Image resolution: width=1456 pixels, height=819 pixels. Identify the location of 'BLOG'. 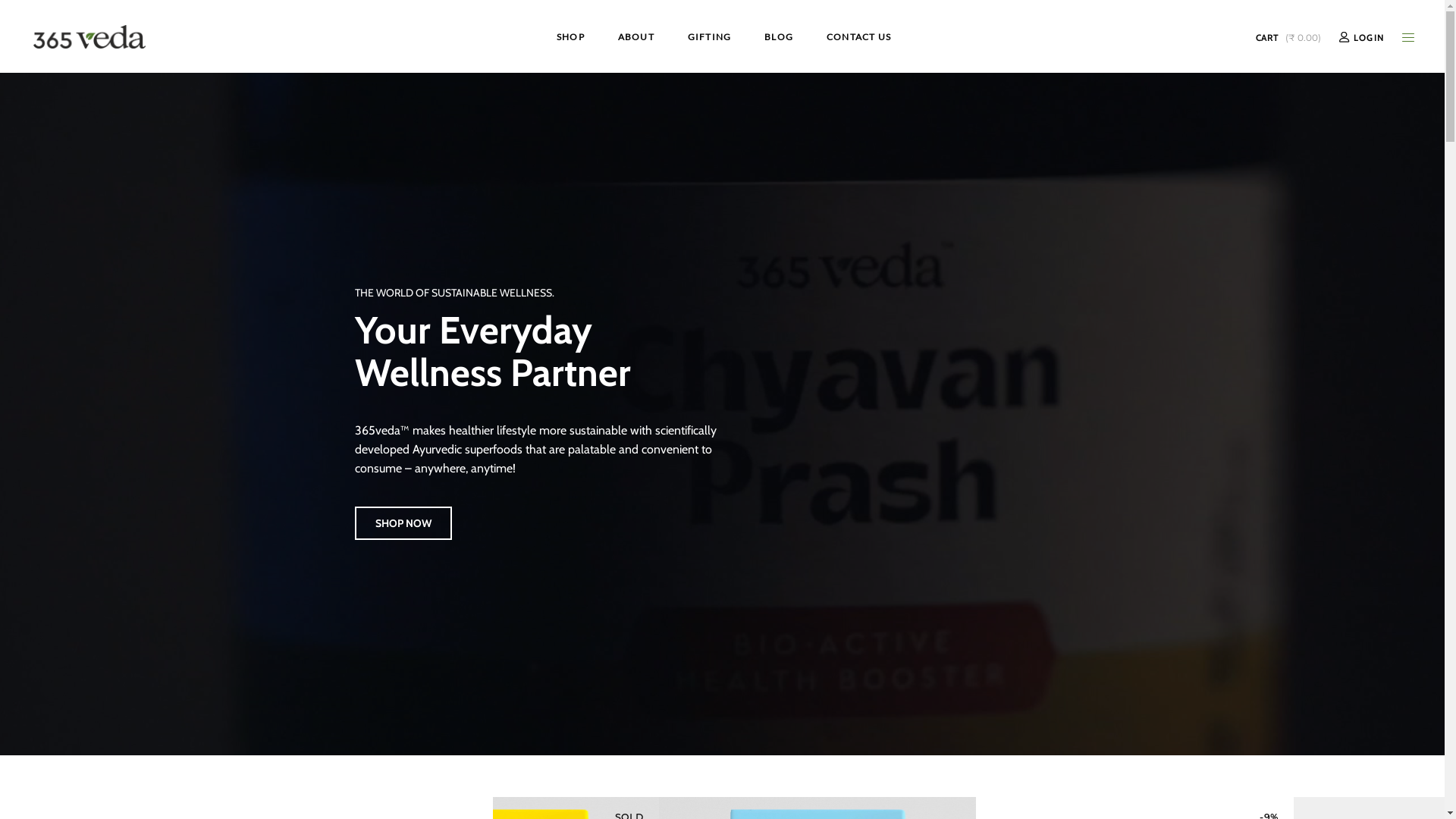
(779, 35).